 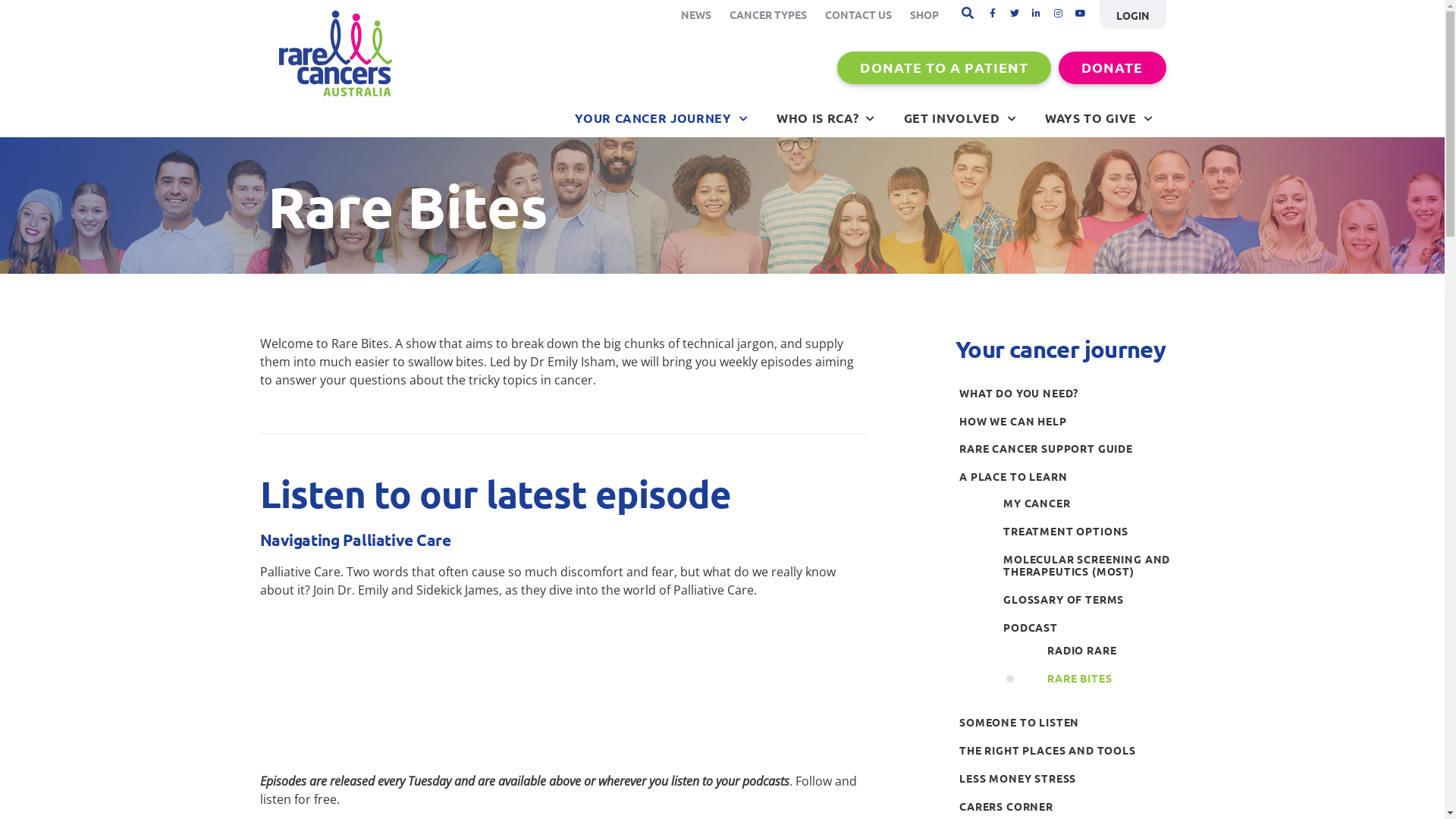 What do you see at coordinates (1043, 649) in the screenshot?
I see `'RADIO RARE'` at bounding box center [1043, 649].